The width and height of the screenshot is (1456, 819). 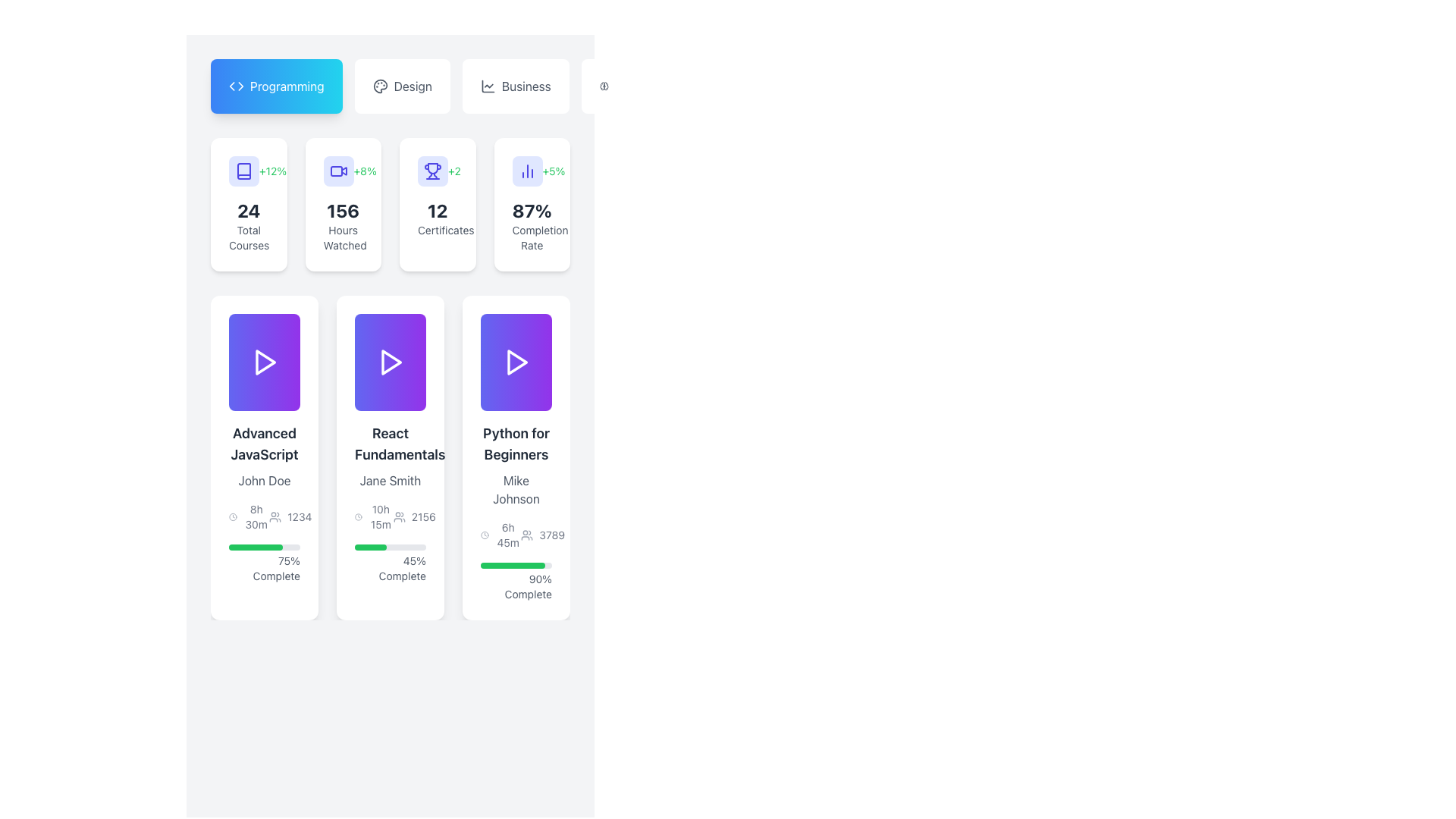 What do you see at coordinates (243, 171) in the screenshot?
I see `the blue rounded rectangle icon containing a book icon, located above the '24 Total Courses' text, if it becomes interactive` at bounding box center [243, 171].